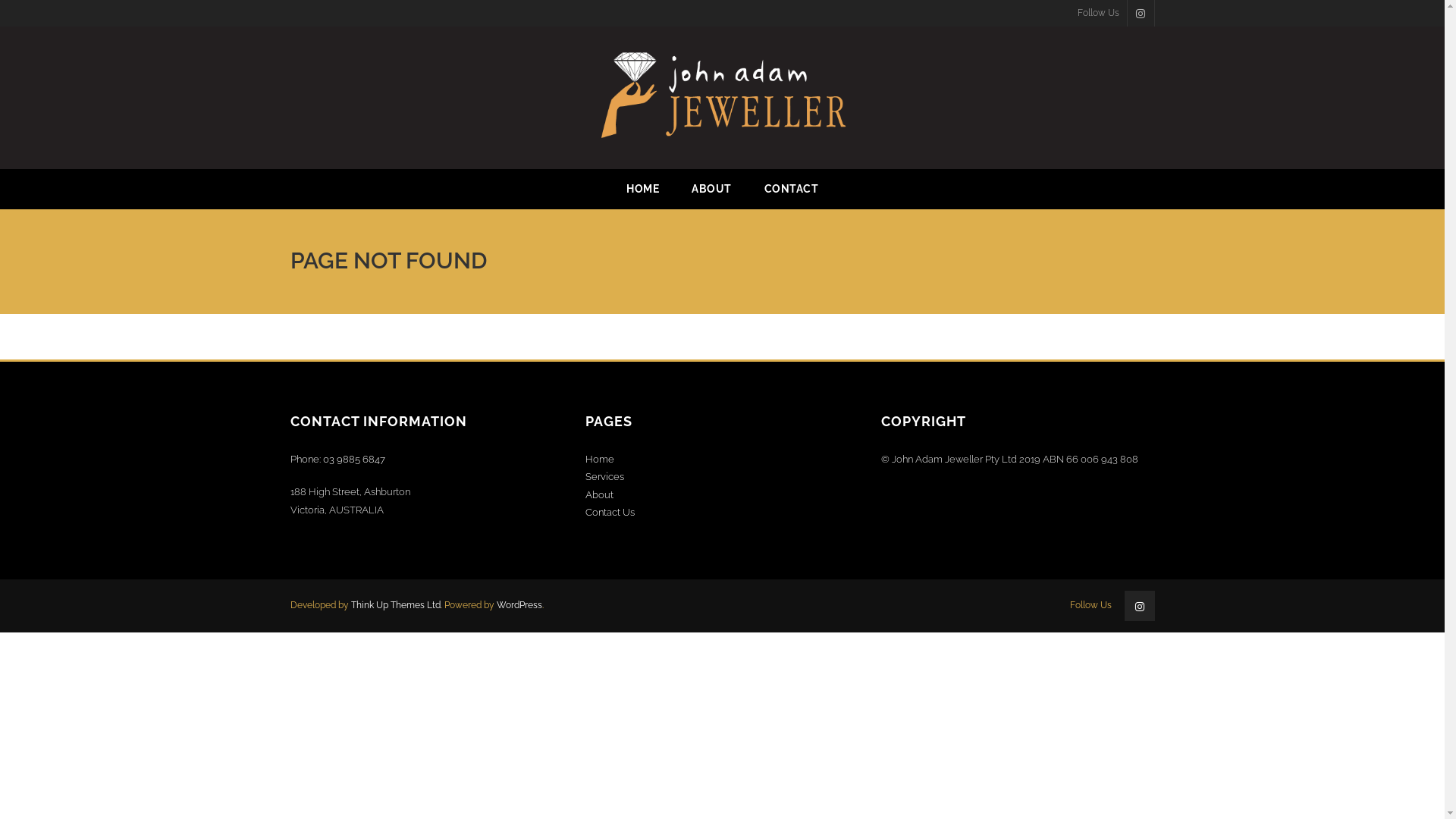  Describe the element at coordinates (642, 188) in the screenshot. I see `'HOME'` at that location.